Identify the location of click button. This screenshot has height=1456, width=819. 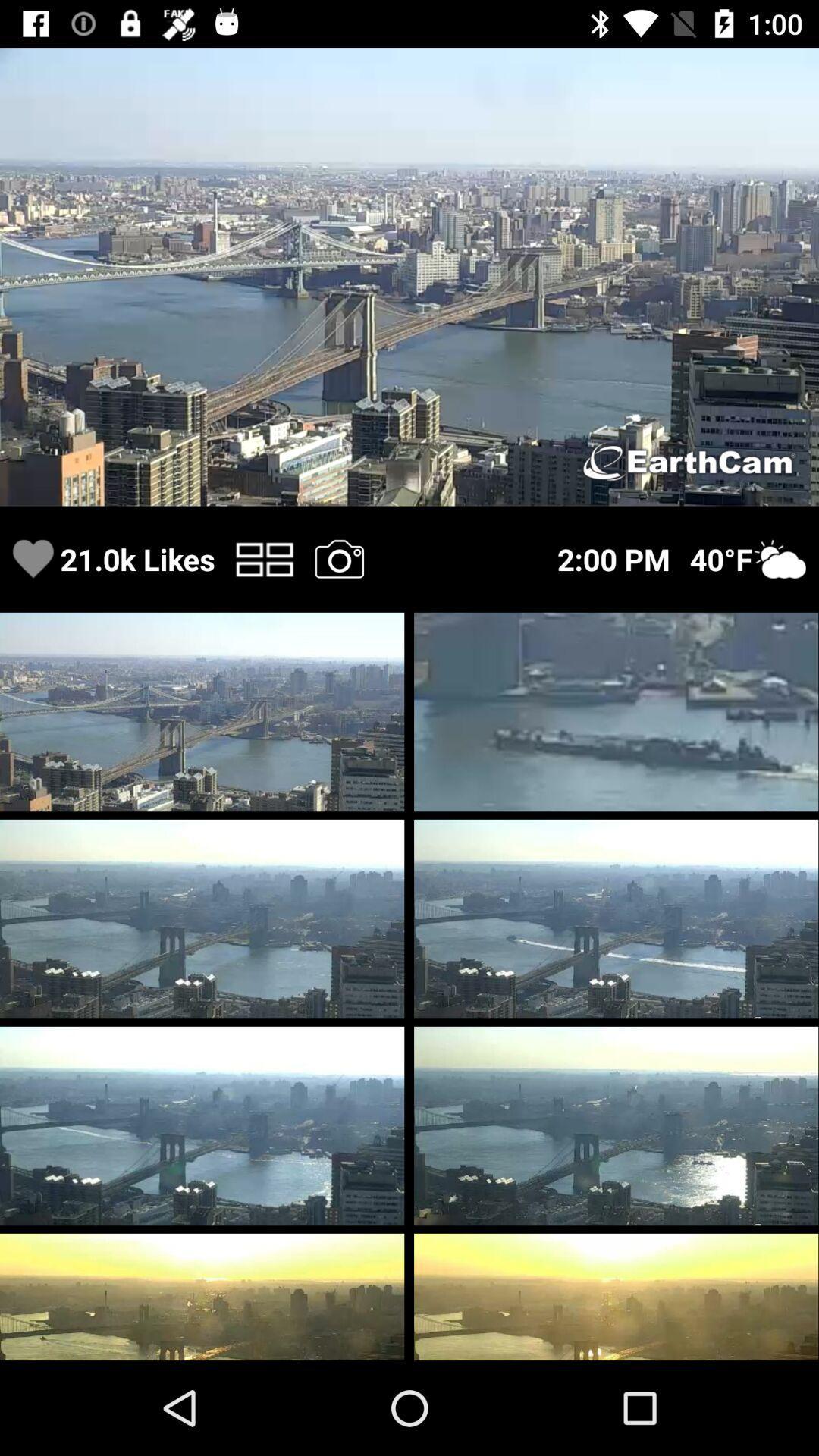
(264, 558).